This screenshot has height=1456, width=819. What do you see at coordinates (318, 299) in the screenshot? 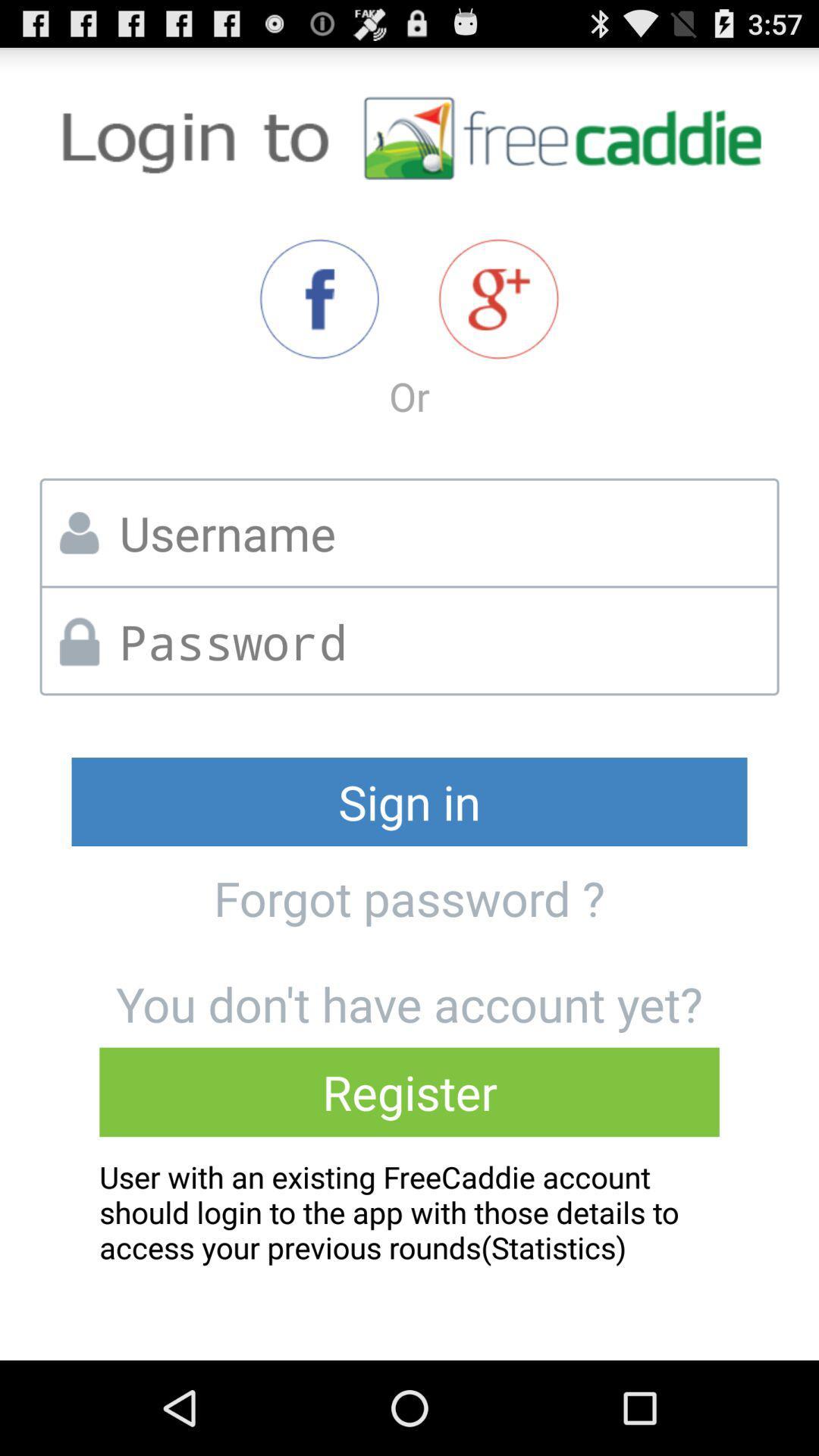
I see `facebook app` at bounding box center [318, 299].